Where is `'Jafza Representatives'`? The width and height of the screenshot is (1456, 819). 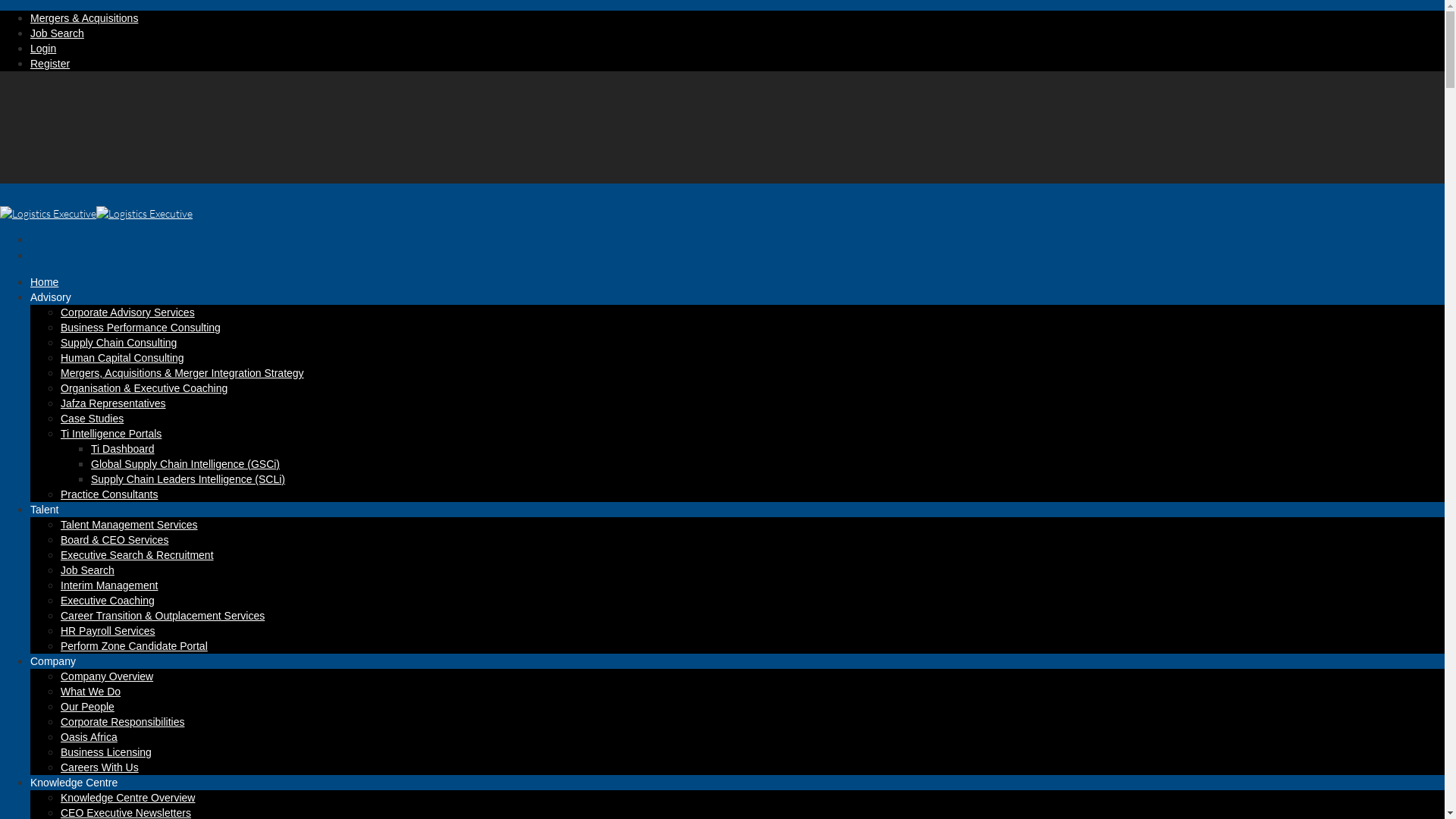
'Jafza Representatives' is located at coordinates (112, 403).